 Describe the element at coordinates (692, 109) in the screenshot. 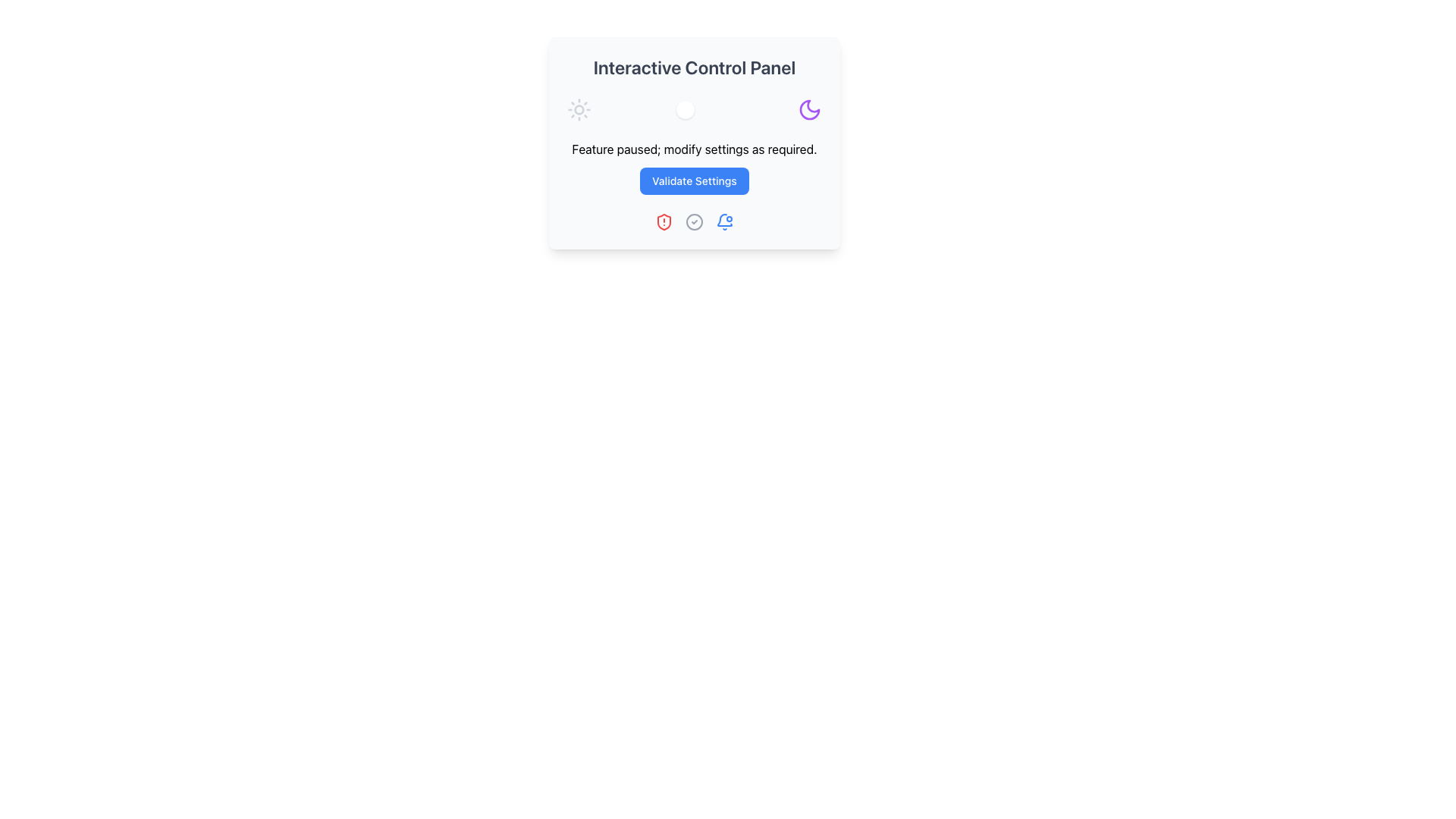

I see `the slider` at that location.